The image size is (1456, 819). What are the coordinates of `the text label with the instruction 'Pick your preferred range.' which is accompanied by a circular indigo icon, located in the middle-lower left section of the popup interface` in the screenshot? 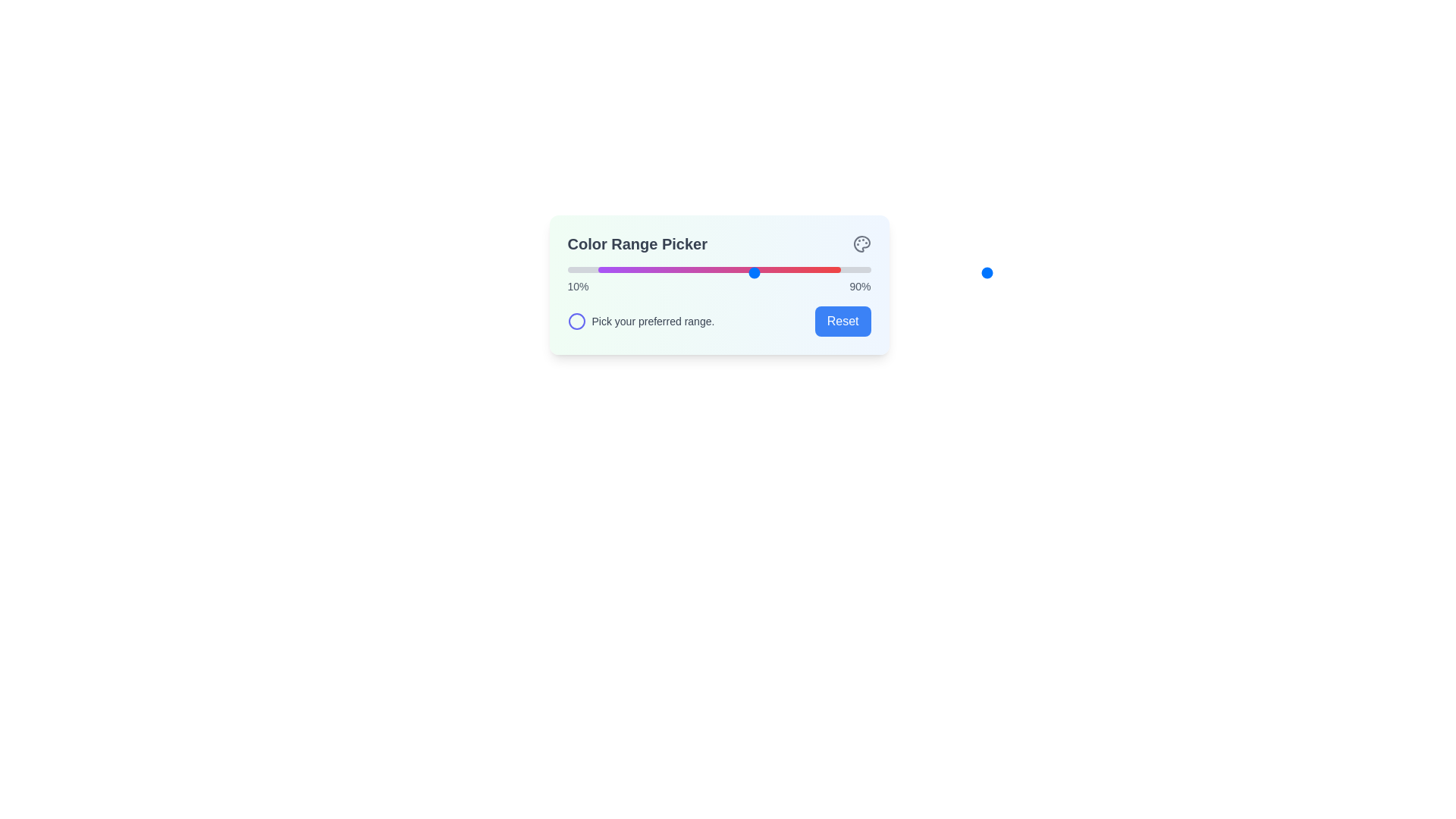 It's located at (641, 321).